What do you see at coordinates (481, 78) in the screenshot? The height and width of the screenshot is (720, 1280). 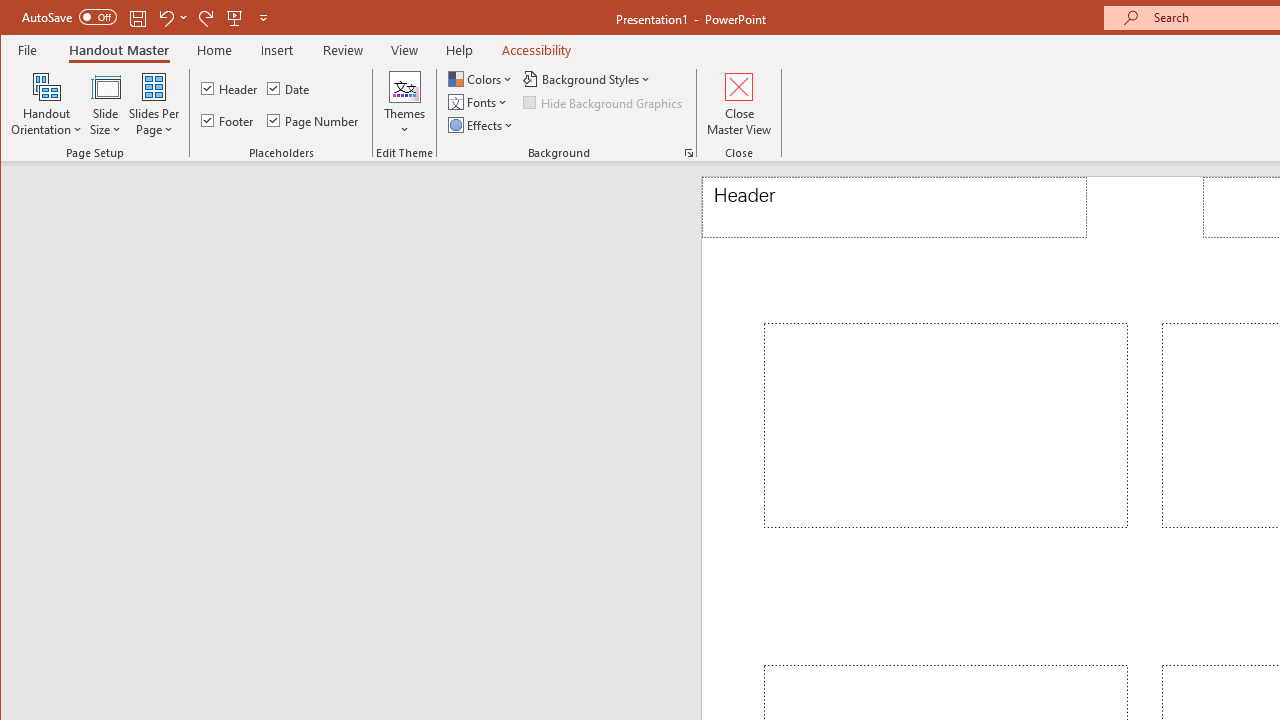 I see `'Colors'` at bounding box center [481, 78].